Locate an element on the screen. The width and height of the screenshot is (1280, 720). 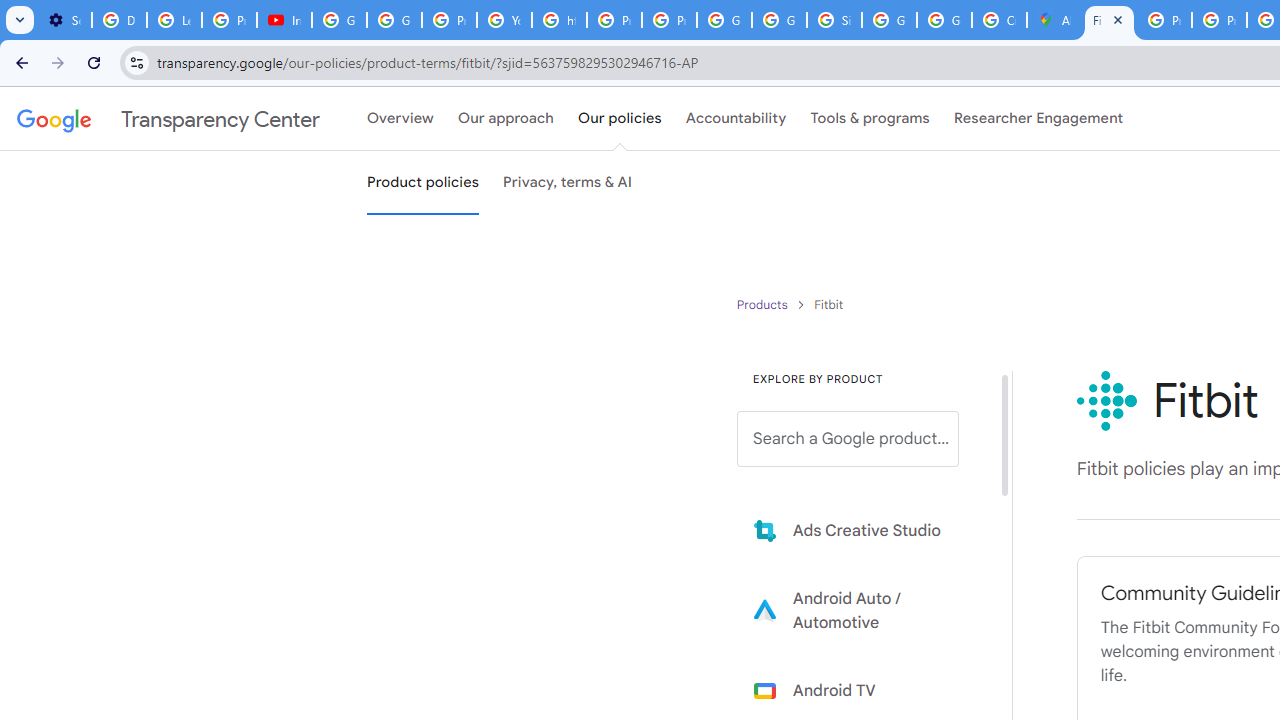
'Accountability' is located at coordinates (735, 119).